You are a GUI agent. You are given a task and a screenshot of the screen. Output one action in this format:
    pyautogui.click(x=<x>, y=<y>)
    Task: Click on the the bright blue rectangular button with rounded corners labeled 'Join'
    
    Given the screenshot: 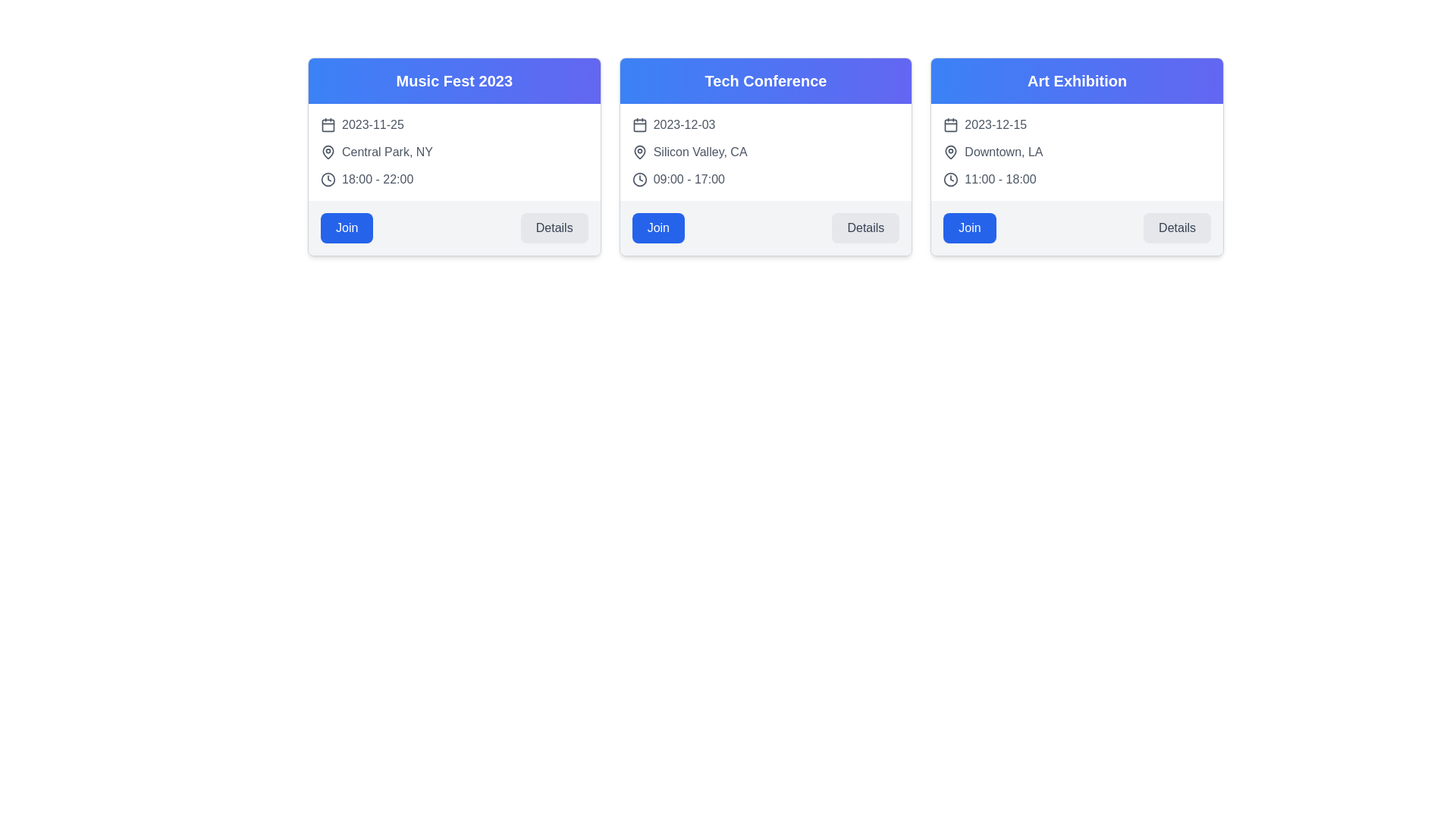 What is the action you would take?
    pyautogui.click(x=346, y=227)
    